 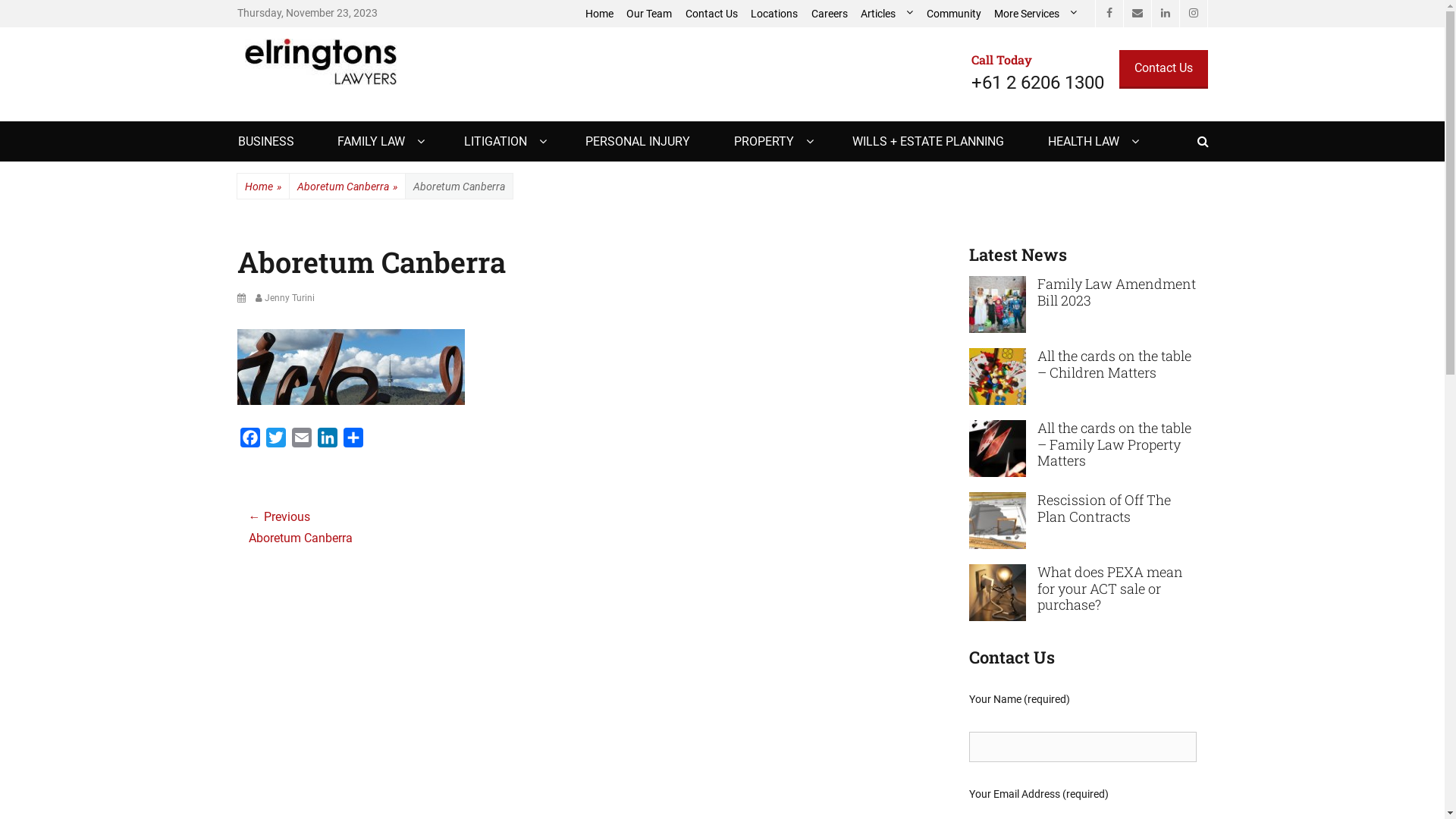 I want to click on 'PERSONAL INJURY', so click(x=637, y=141).